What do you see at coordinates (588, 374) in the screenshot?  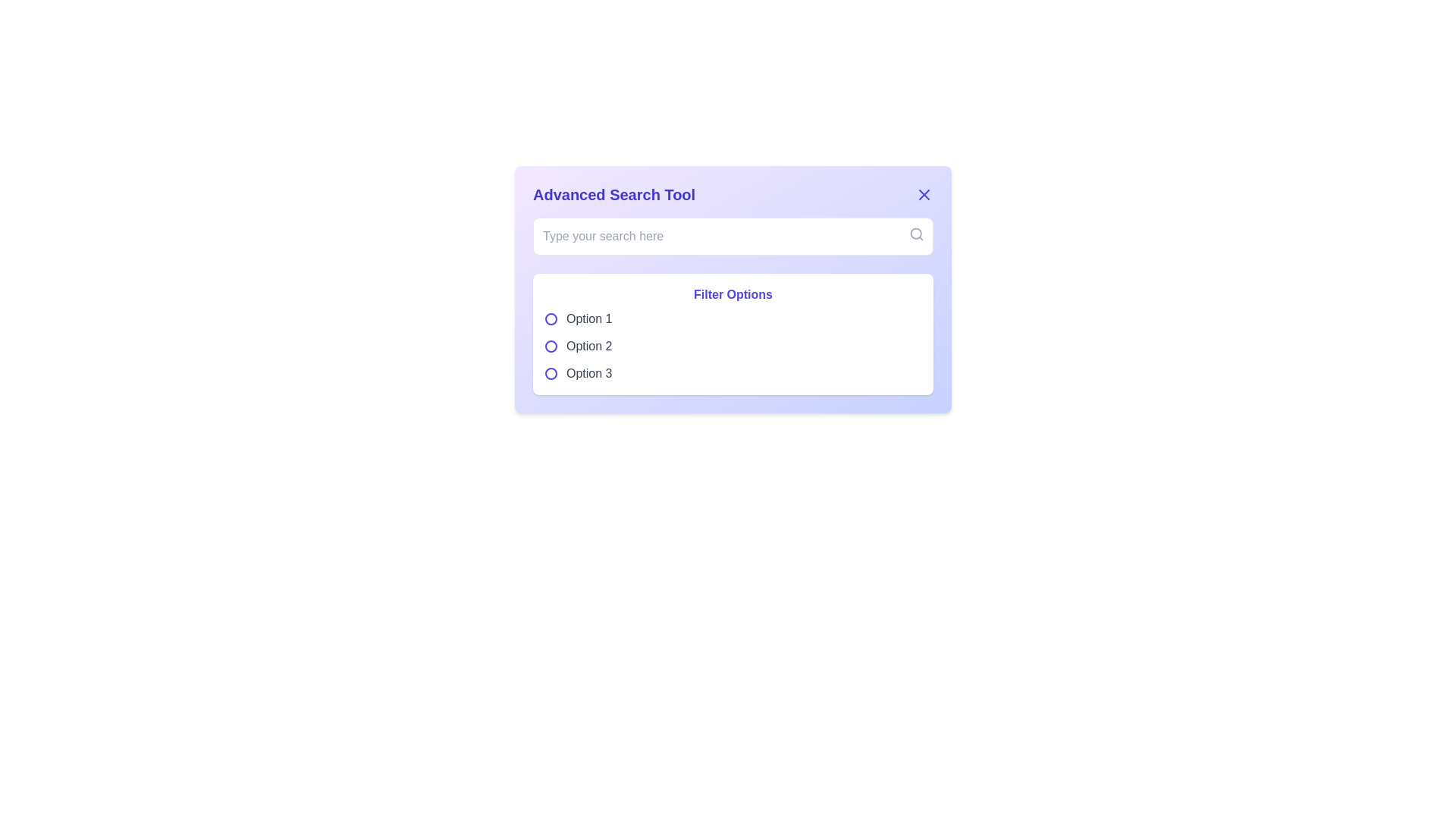 I see `the static text label 'Option 3' that identifies the third selectable option in the filter options of the 'Advanced Search Tool' modal` at bounding box center [588, 374].